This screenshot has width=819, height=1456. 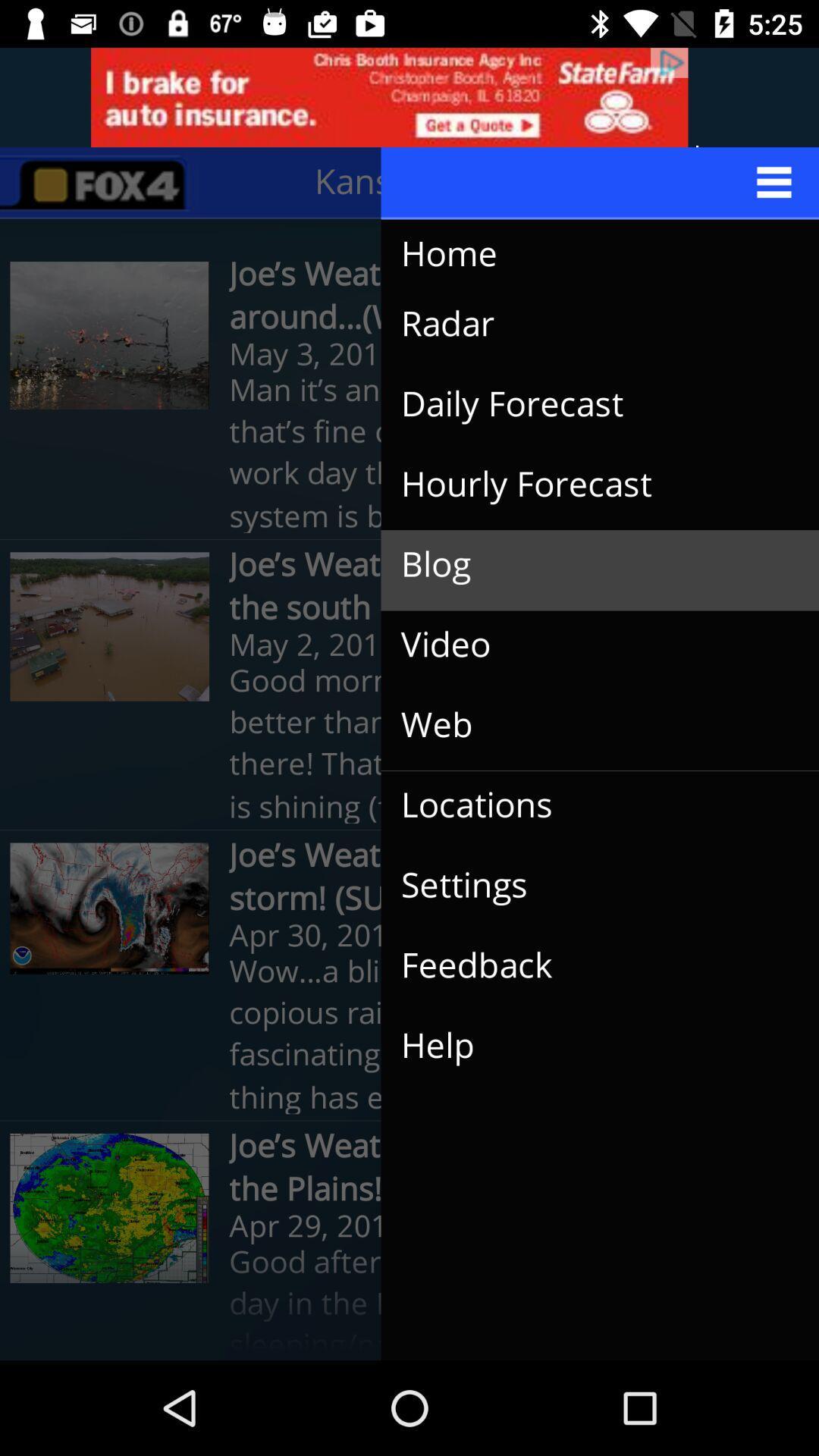 What do you see at coordinates (587, 323) in the screenshot?
I see `the radar item` at bounding box center [587, 323].